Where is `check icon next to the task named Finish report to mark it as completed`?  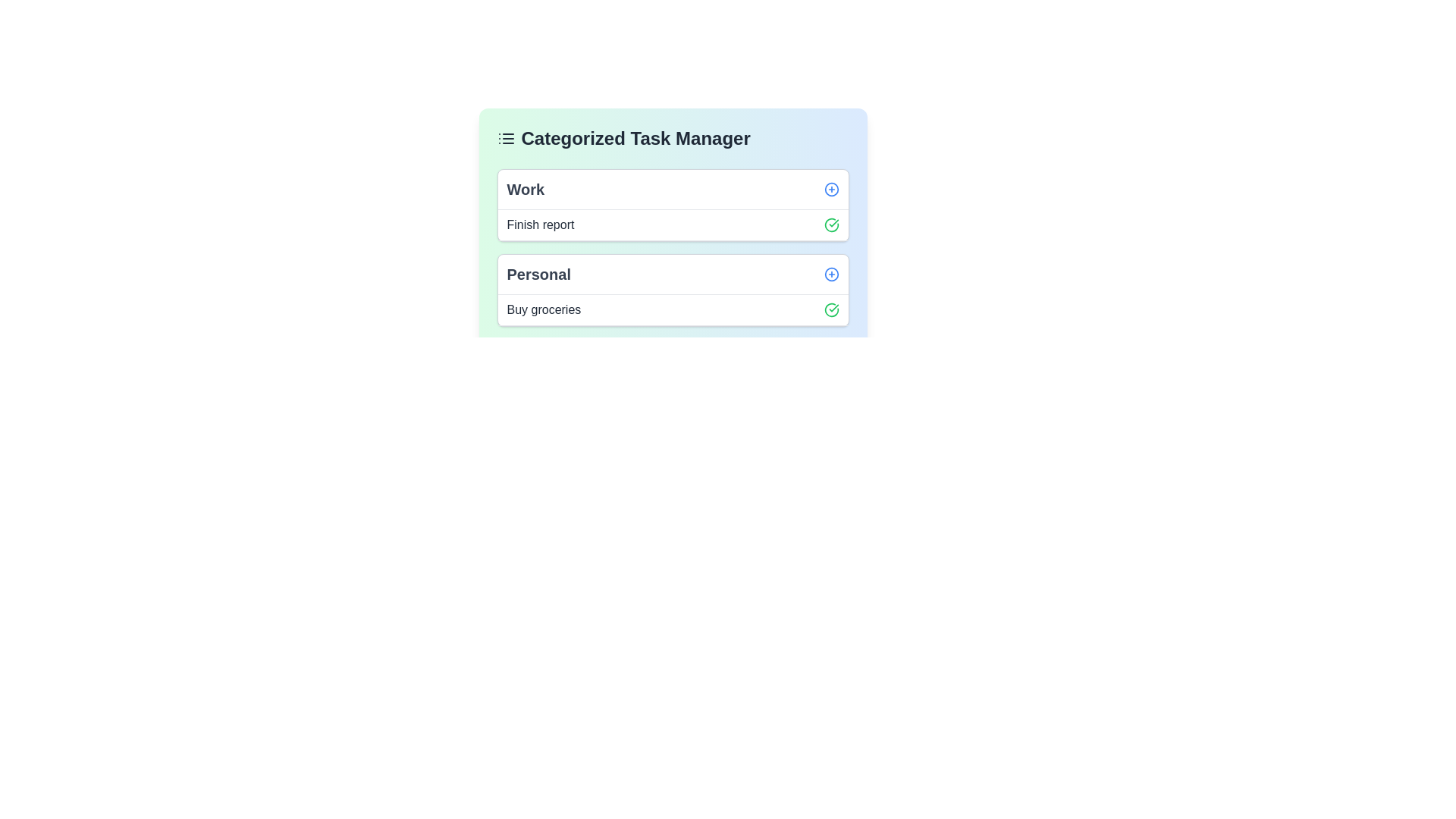
check icon next to the task named Finish report to mark it as completed is located at coordinates (830, 225).